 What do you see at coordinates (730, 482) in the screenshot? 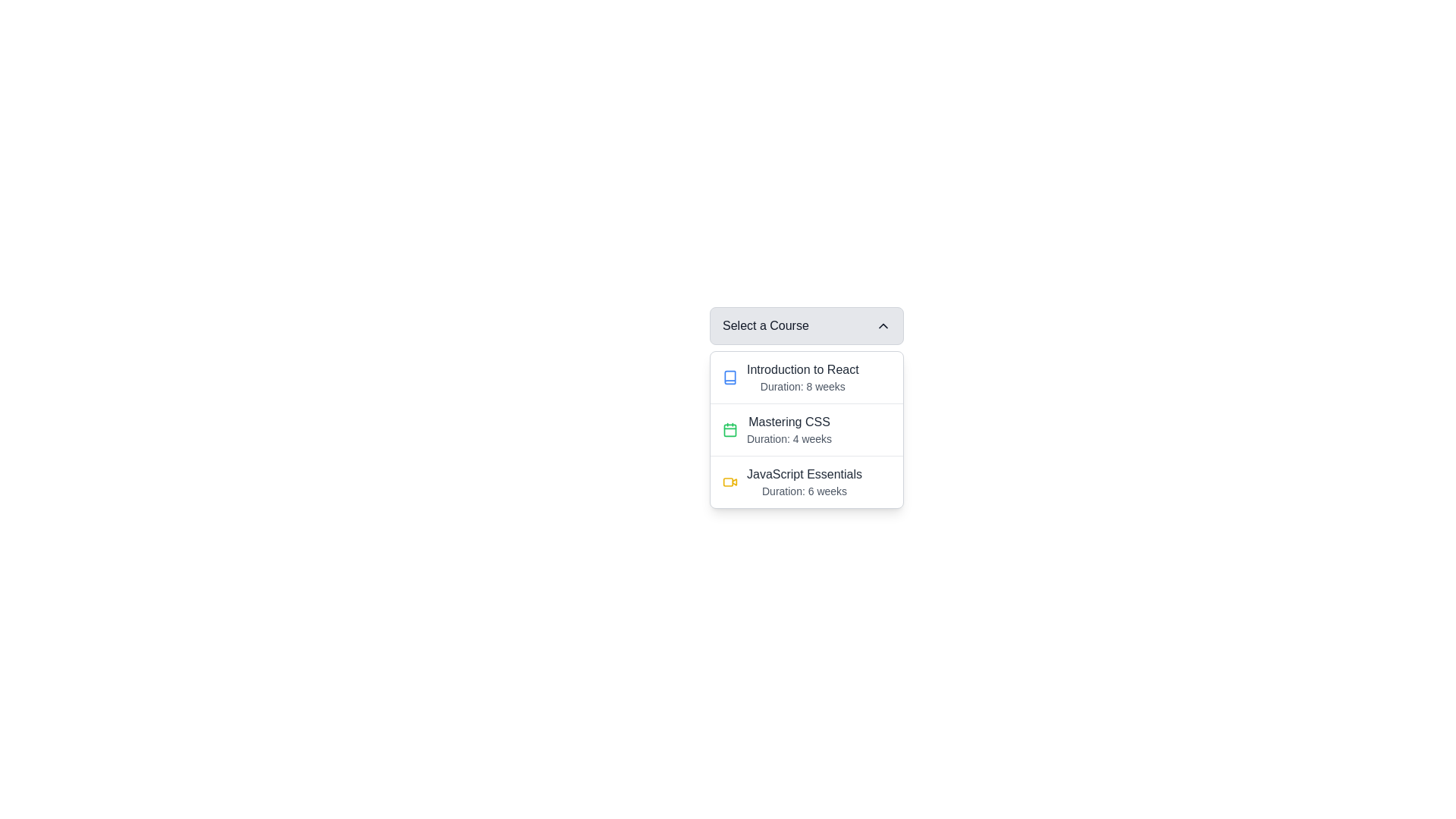
I see `the yellow video camera icon located to the immediate left of the text 'JavaScript Essentials Duration: 6 weeks.' as a visual indicator` at bounding box center [730, 482].